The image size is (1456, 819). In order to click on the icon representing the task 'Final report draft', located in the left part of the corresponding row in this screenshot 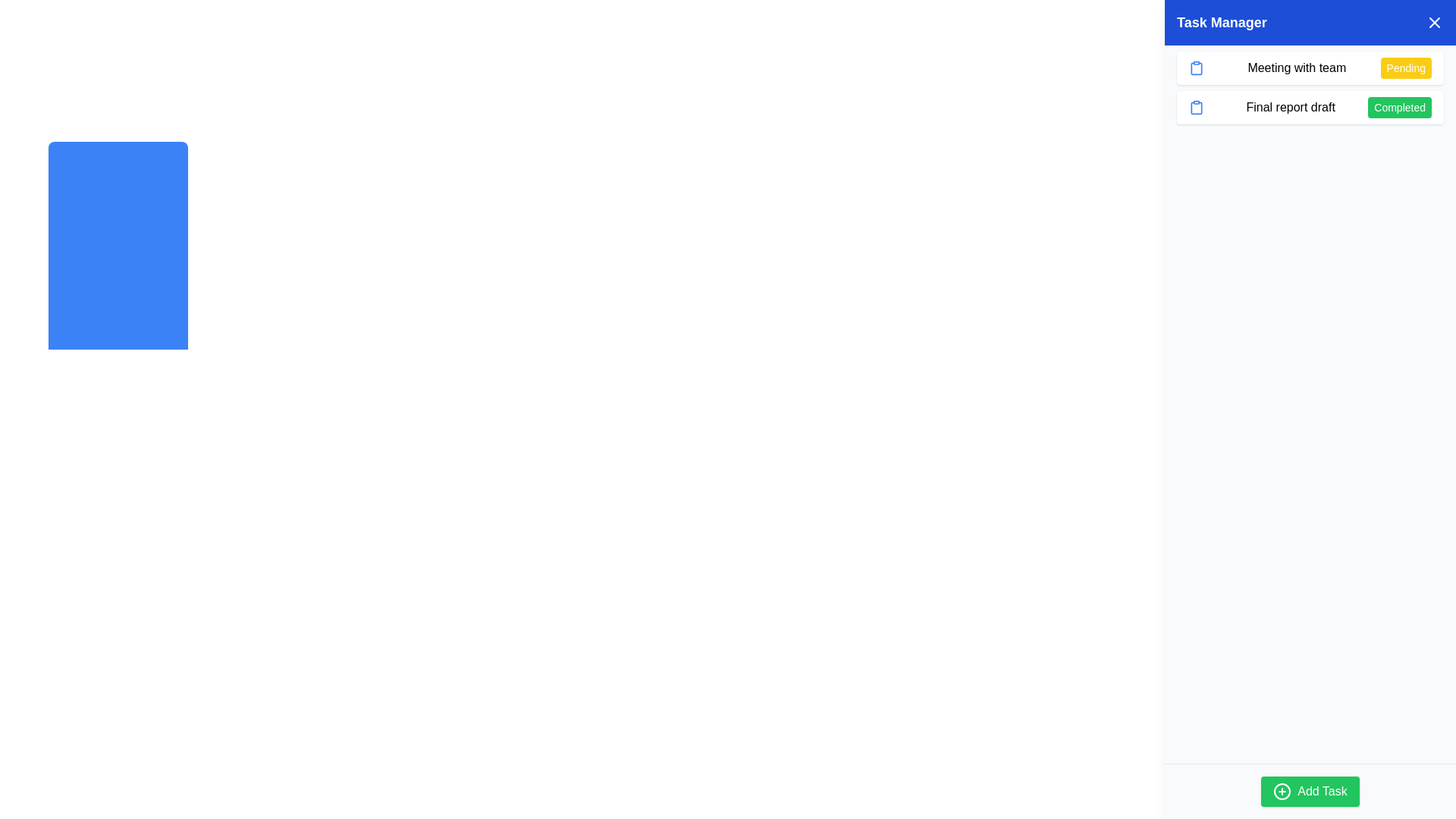, I will do `click(1196, 107)`.